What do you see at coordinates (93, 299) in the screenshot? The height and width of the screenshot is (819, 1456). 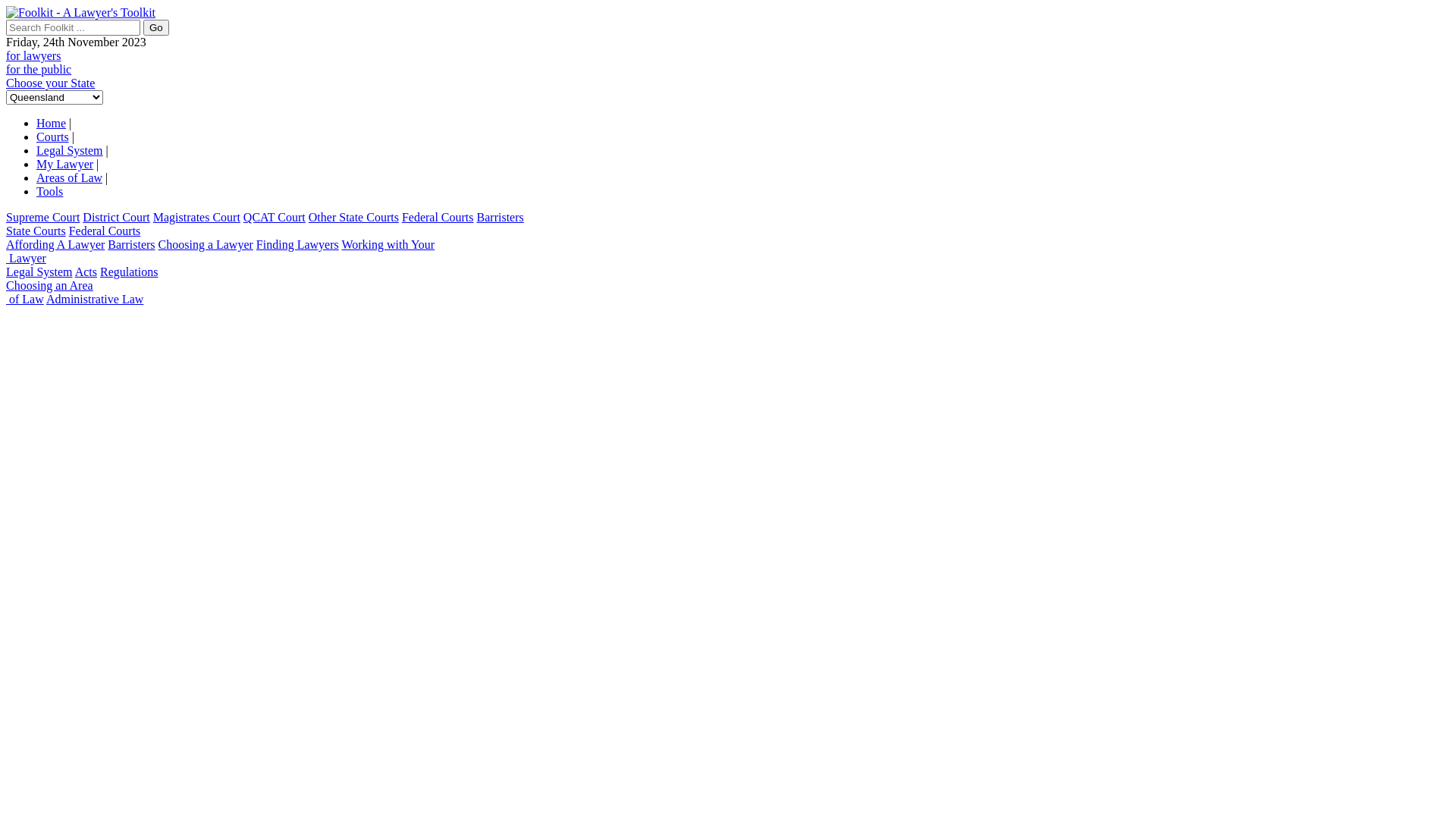 I see `'Administrative Law'` at bounding box center [93, 299].